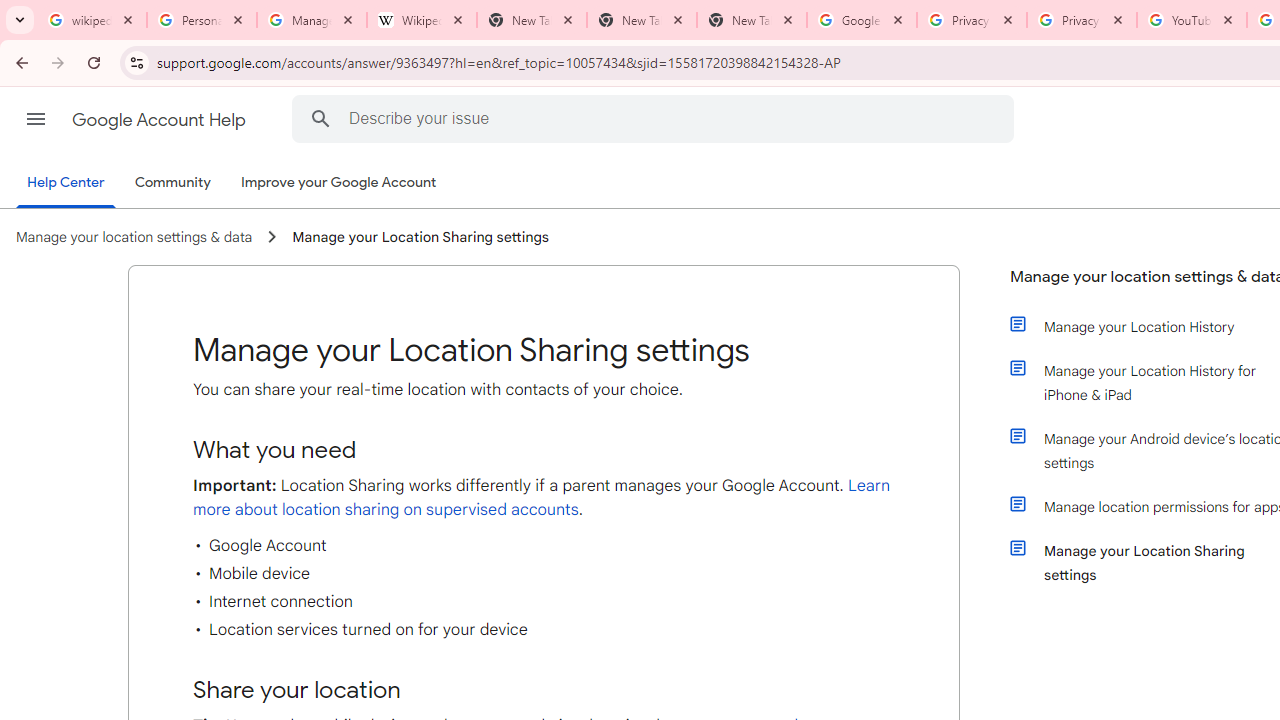  What do you see at coordinates (861, 20) in the screenshot?
I see `'Google Drive: Sign-in'` at bounding box center [861, 20].